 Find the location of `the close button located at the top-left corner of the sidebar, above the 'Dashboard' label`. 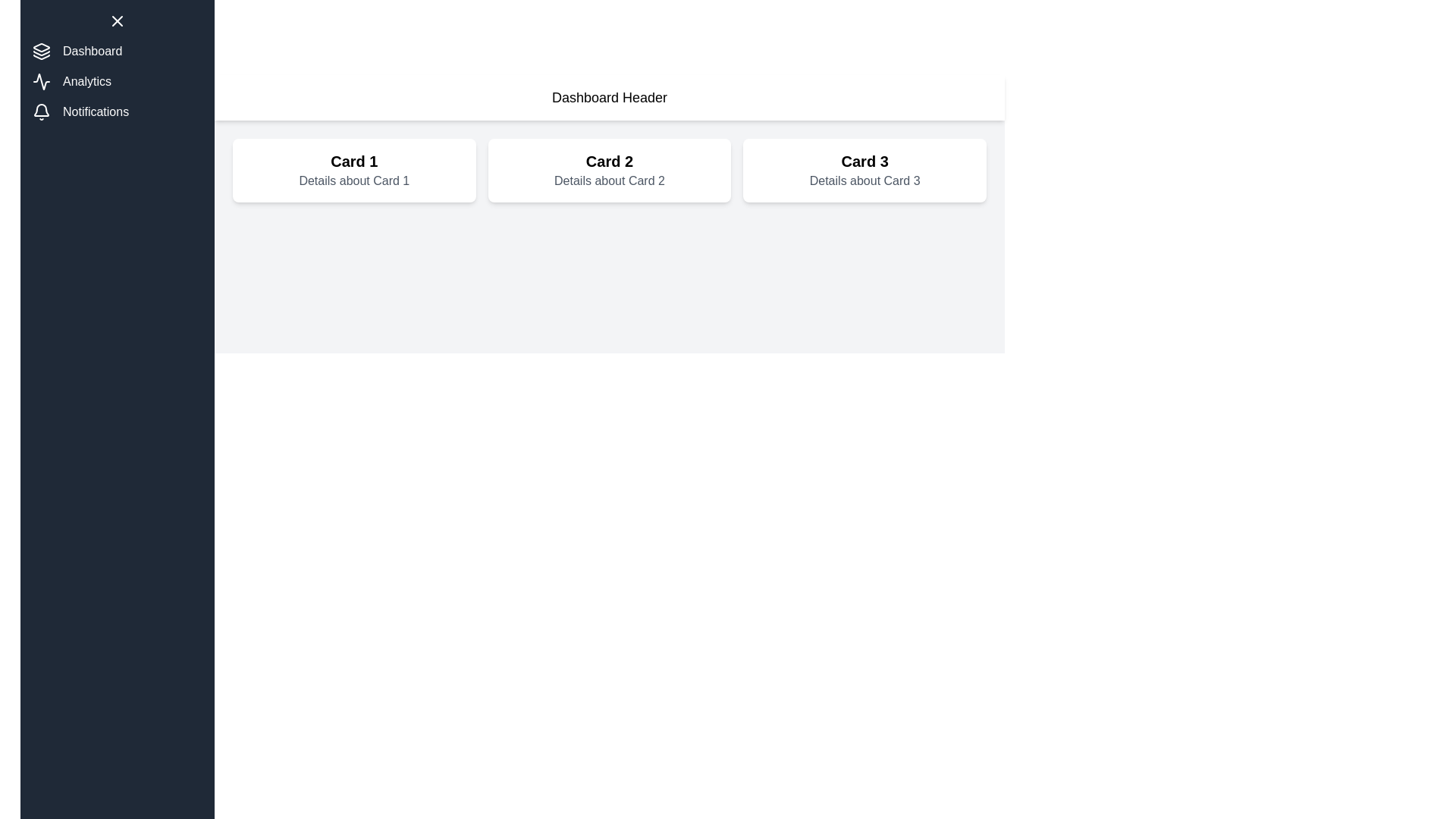

the close button located at the top-left corner of the sidebar, above the 'Dashboard' label is located at coordinates (116, 20).